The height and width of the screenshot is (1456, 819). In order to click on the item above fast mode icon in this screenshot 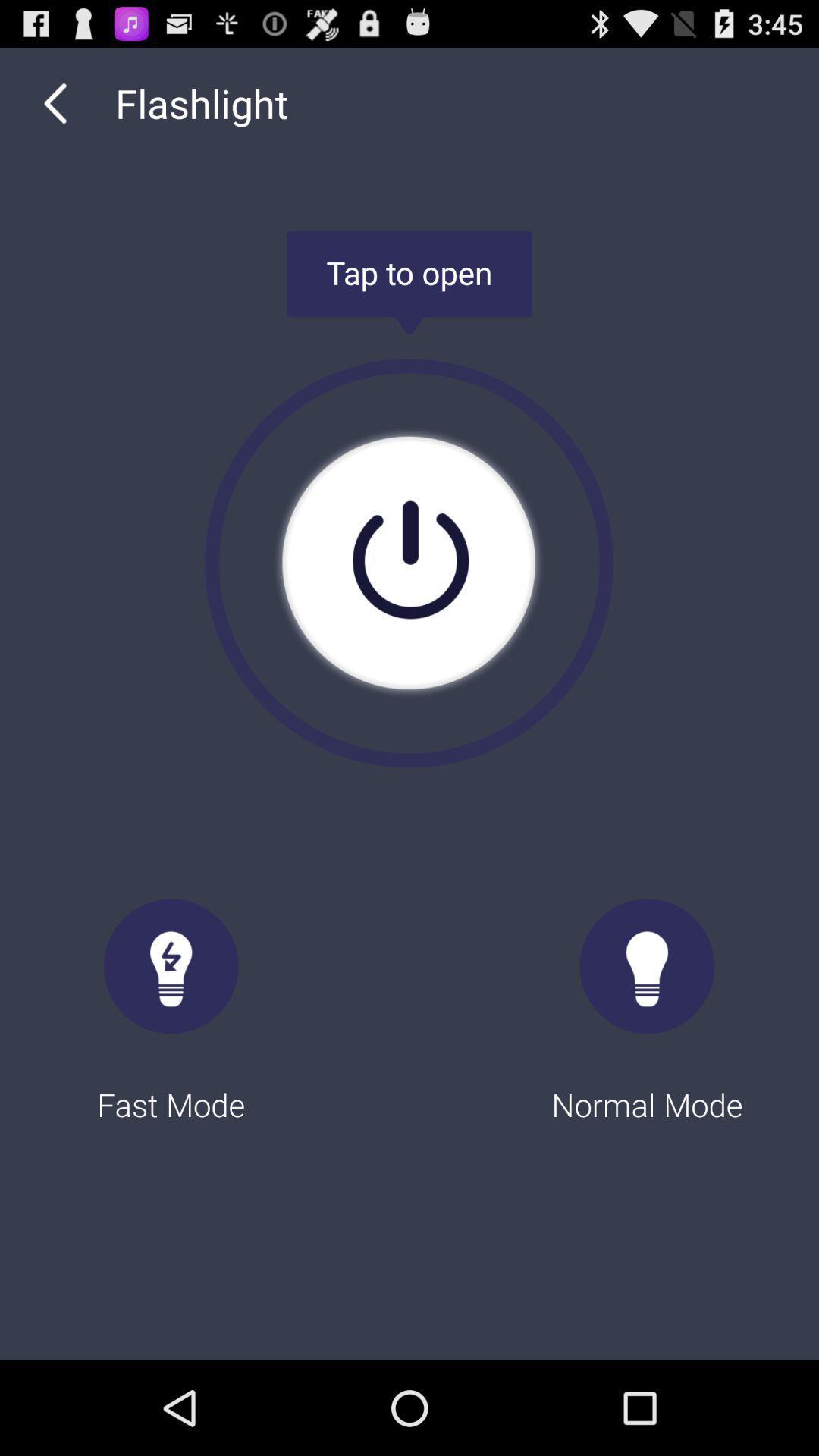, I will do `click(408, 562)`.